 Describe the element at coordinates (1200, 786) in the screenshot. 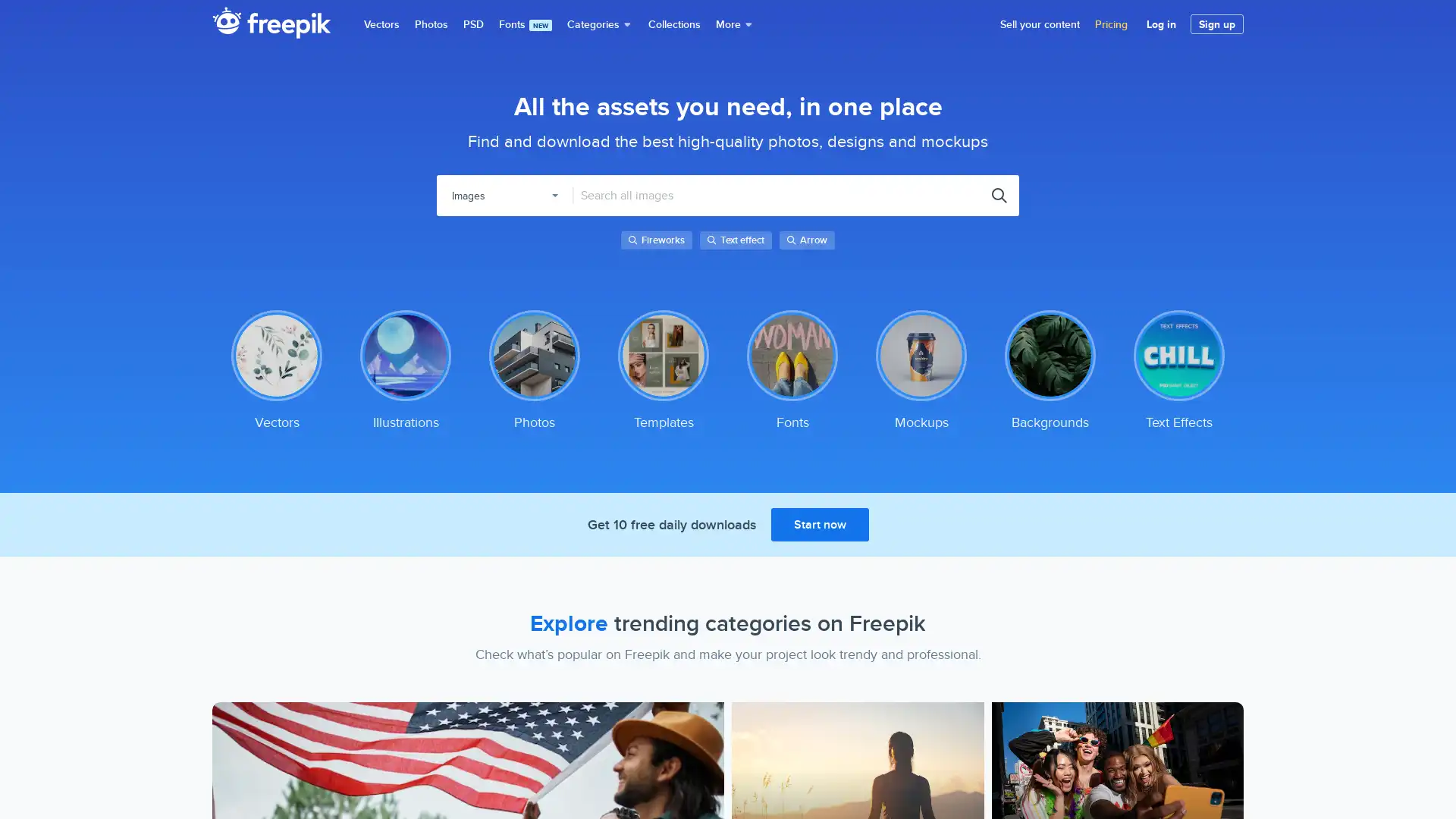

I see `Accept Cookies` at that location.